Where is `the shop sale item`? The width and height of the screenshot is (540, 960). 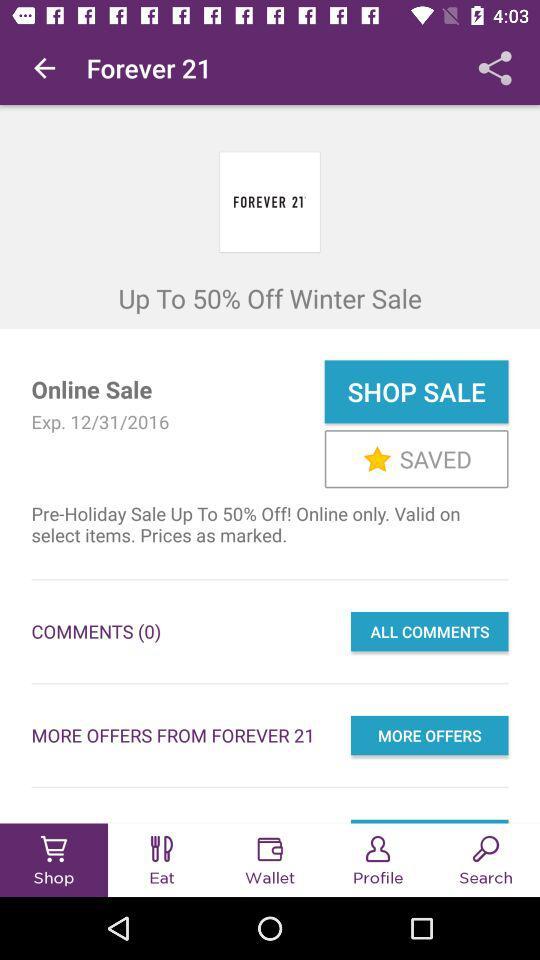
the shop sale item is located at coordinates (415, 390).